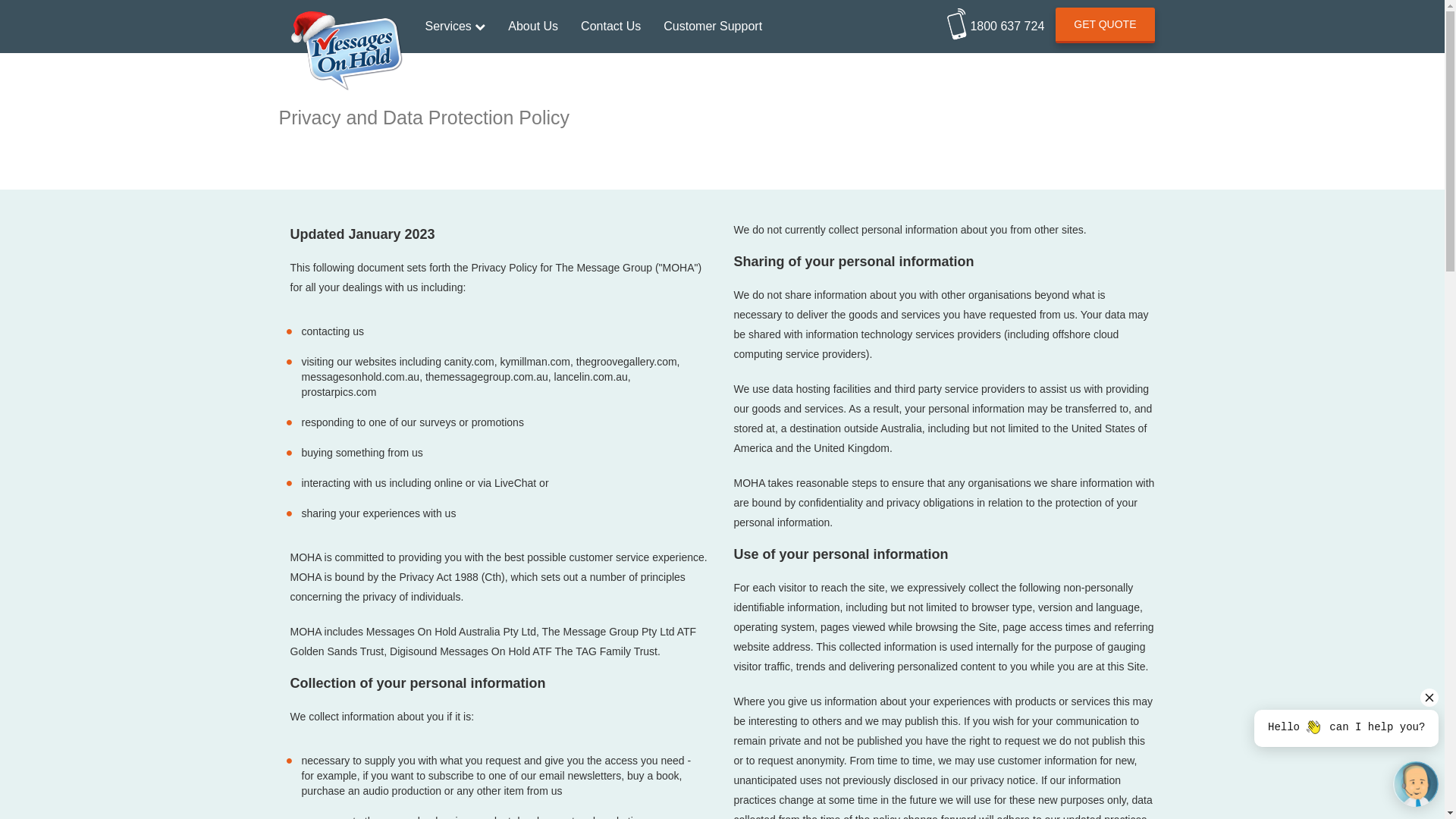 This screenshot has height=819, width=1456. Describe the element at coordinates (996, 21) in the screenshot. I see `'1800 637 724'` at that location.